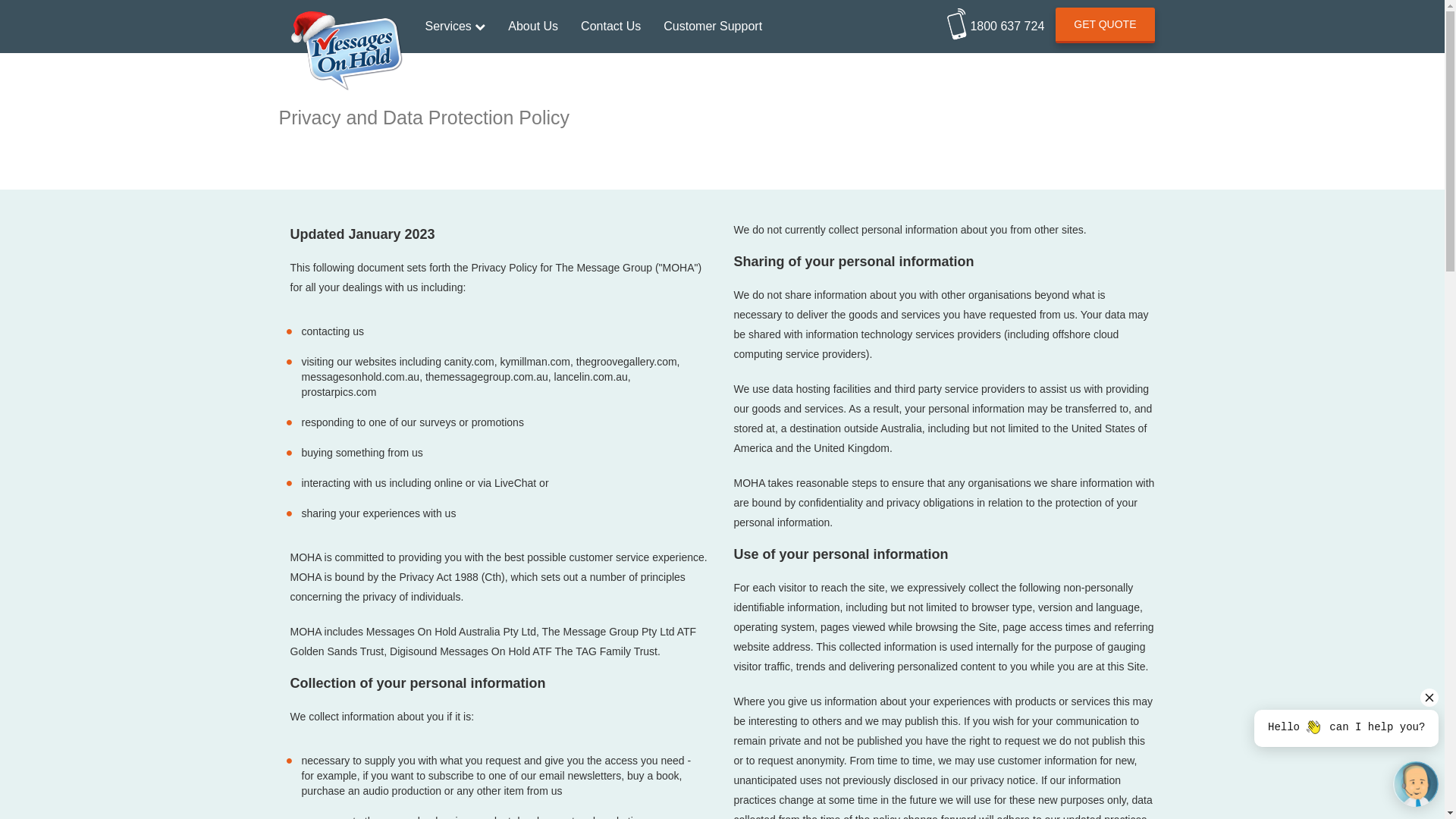 This screenshot has height=819, width=1456. Describe the element at coordinates (996, 21) in the screenshot. I see `'1800 637 724'` at that location.